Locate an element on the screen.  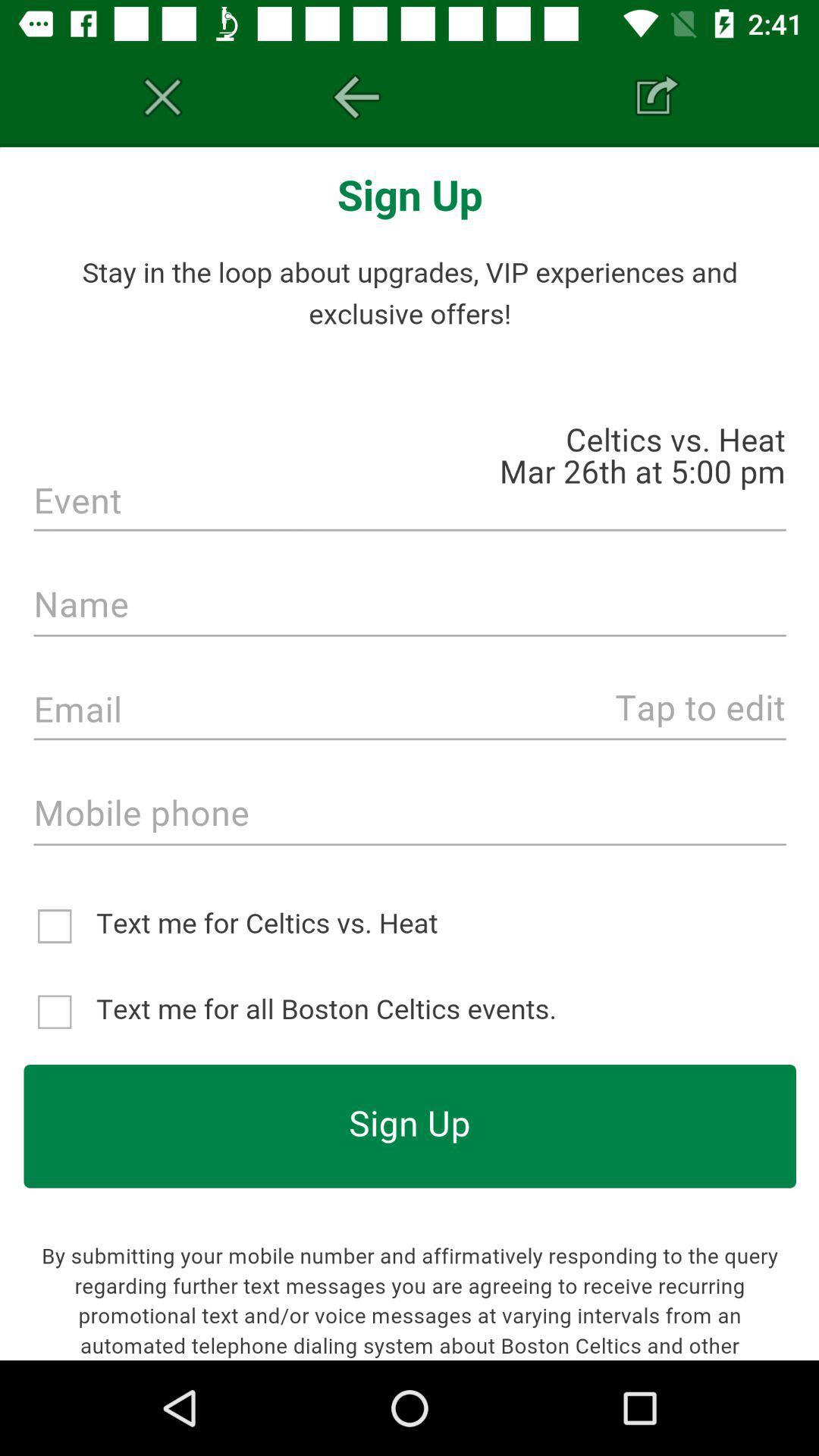
go back is located at coordinates (356, 96).